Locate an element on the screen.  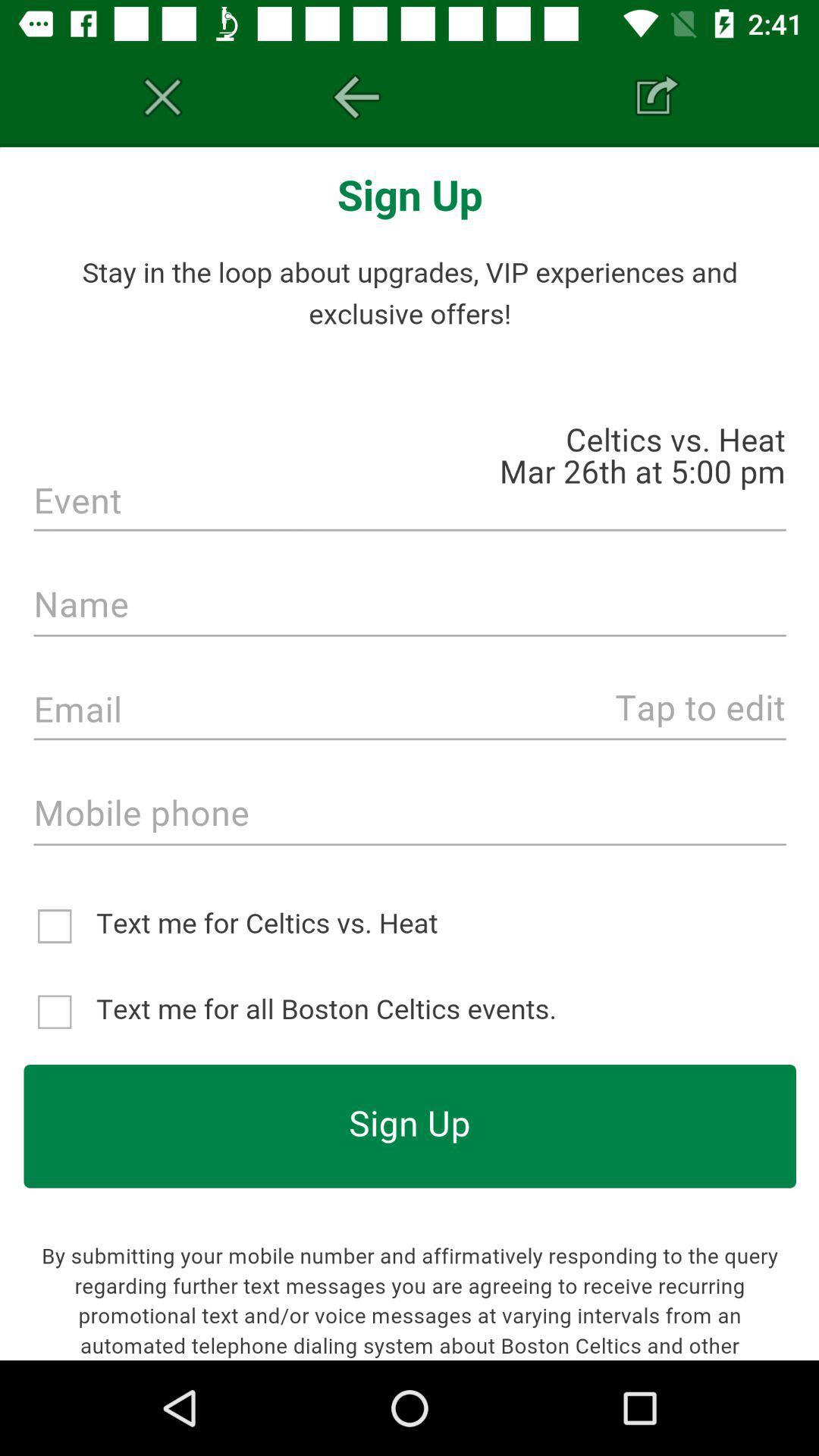
go back is located at coordinates (356, 96).